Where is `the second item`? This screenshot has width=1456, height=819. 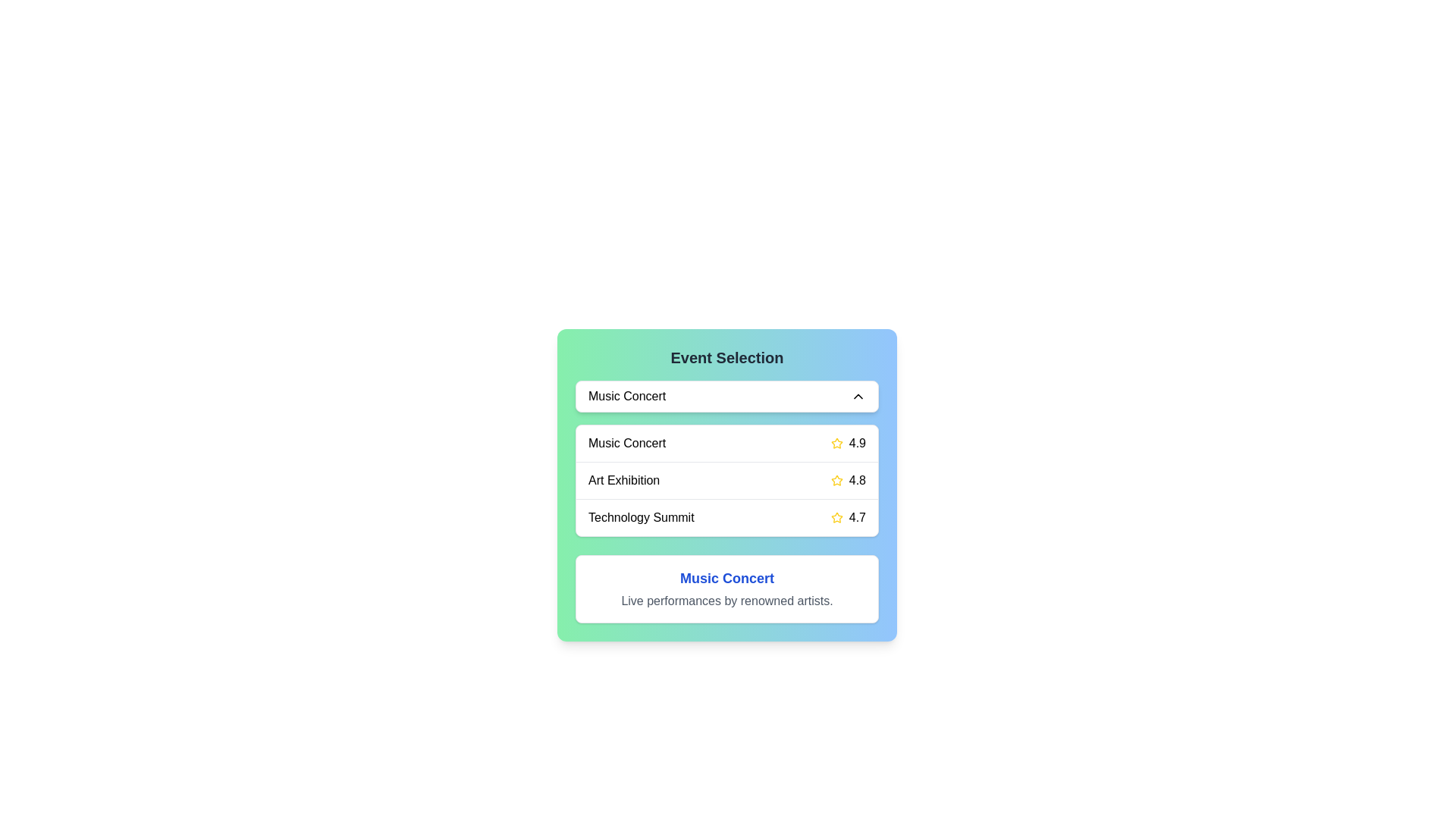
the second item is located at coordinates (726, 485).